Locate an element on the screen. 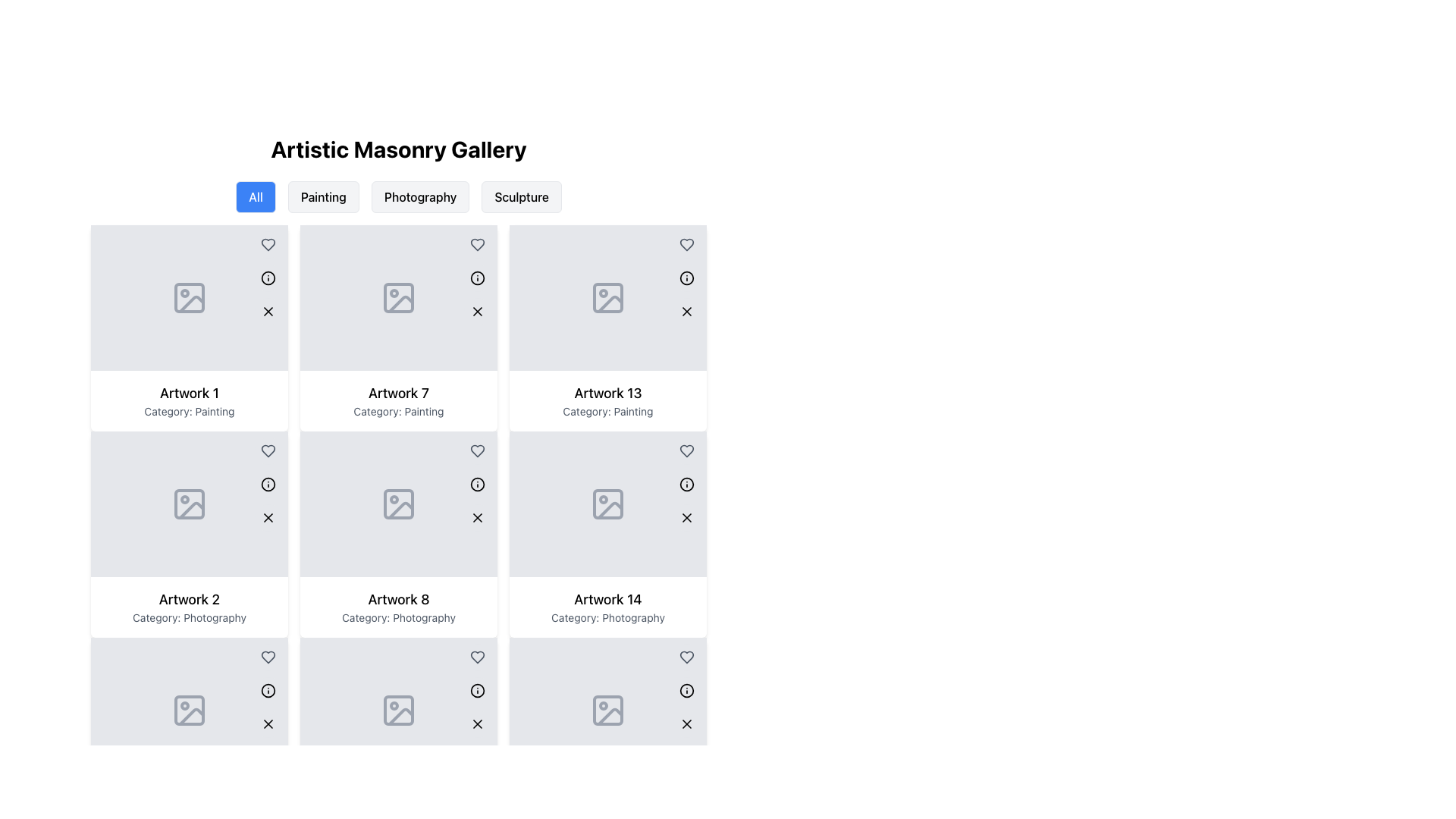 This screenshot has height=819, width=1456. the text label that categorizes the associated artwork, located below the 'Artwork 1' text in the first column of the artwork grid is located at coordinates (188, 412).